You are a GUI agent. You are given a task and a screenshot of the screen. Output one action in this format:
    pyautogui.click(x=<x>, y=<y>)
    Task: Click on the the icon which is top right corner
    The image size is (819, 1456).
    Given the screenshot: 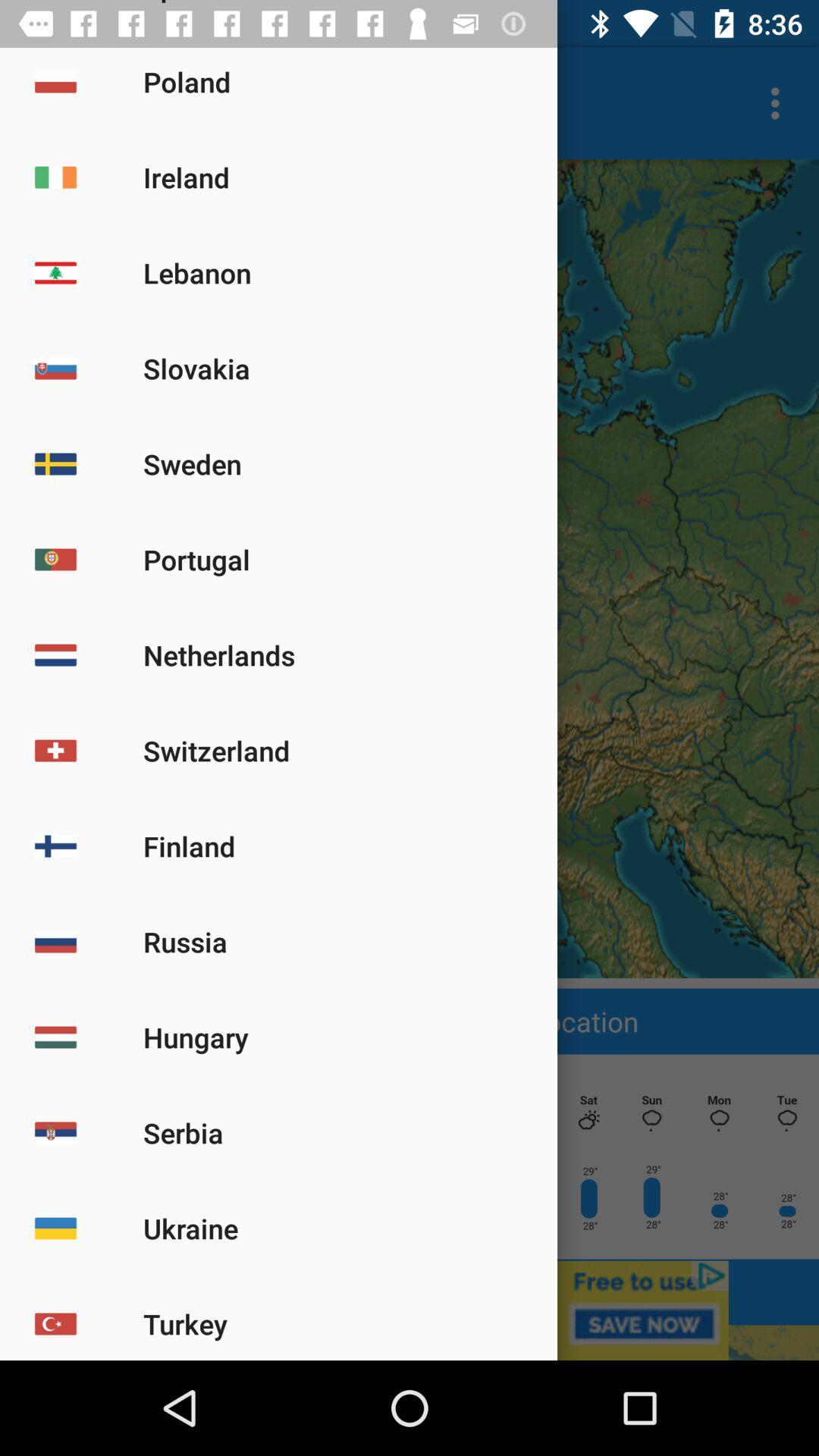 What is the action you would take?
    pyautogui.click(x=779, y=103)
    